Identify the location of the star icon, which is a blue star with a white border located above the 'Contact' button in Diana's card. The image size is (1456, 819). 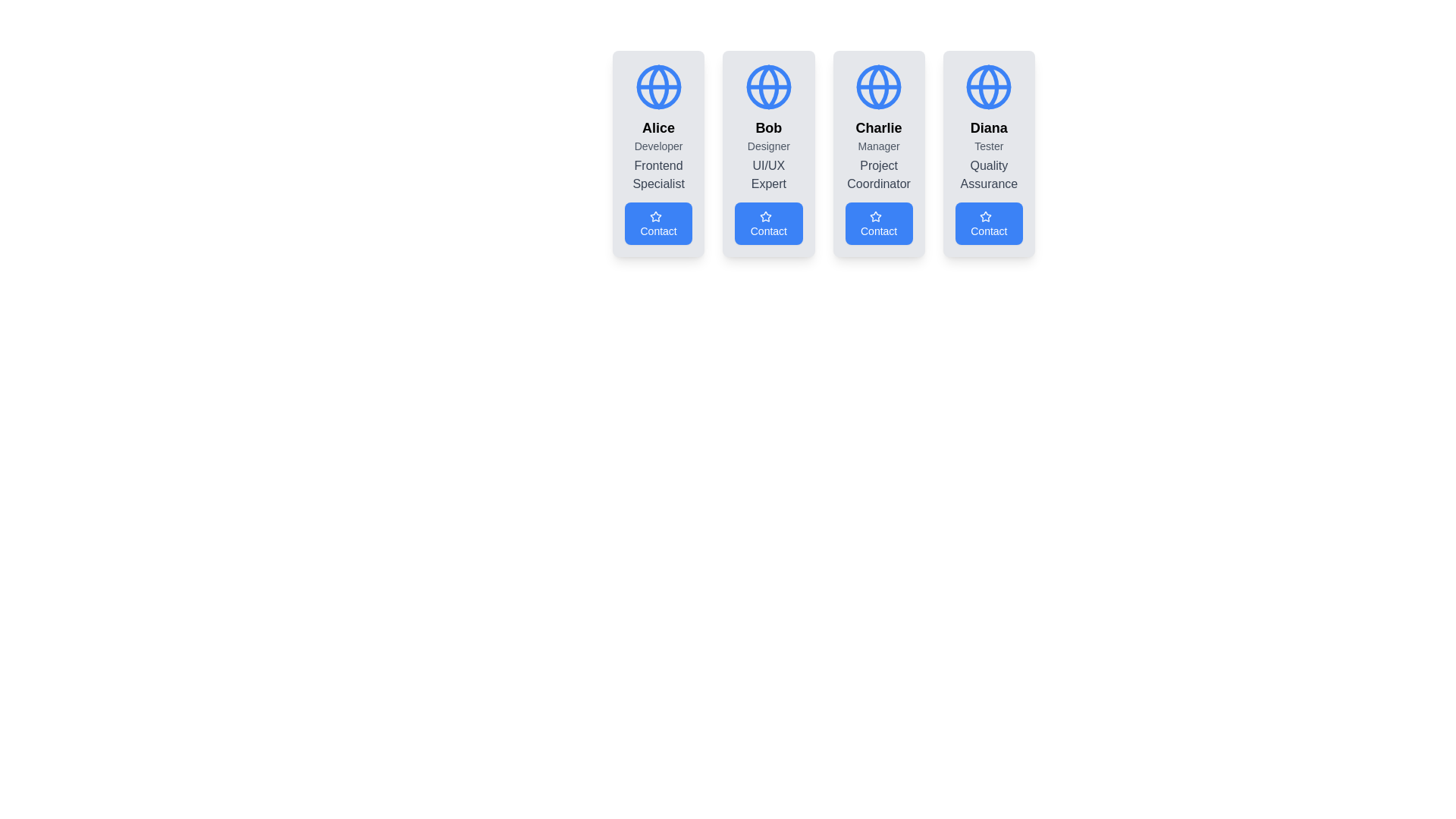
(986, 216).